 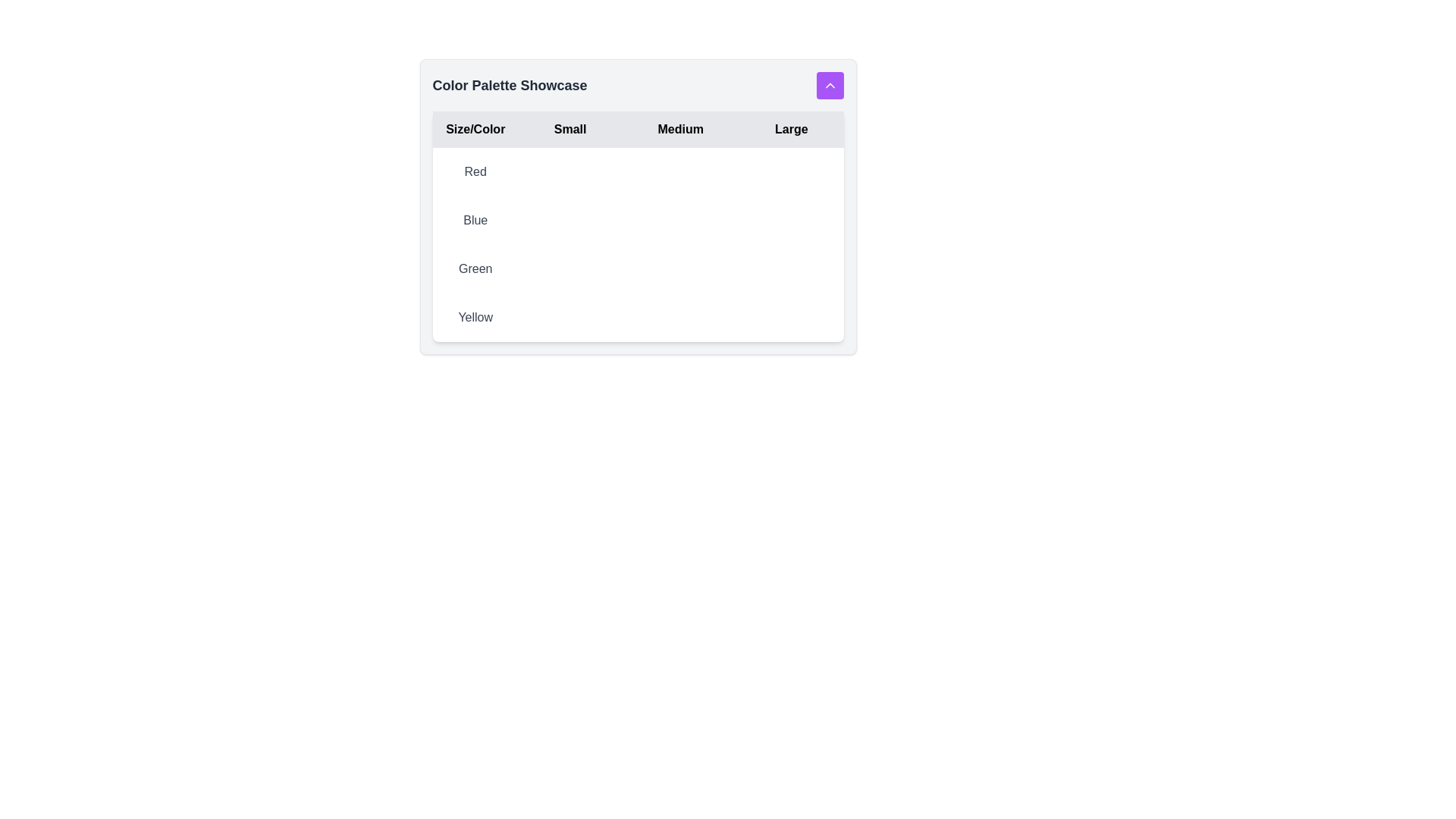 What do you see at coordinates (475, 171) in the screenshot?
I see `the static text label displaying the word 'Red' in the 'Size/Color' column of the 'Color Palette Showcase' grid layout` at bounding box center [475, 171].